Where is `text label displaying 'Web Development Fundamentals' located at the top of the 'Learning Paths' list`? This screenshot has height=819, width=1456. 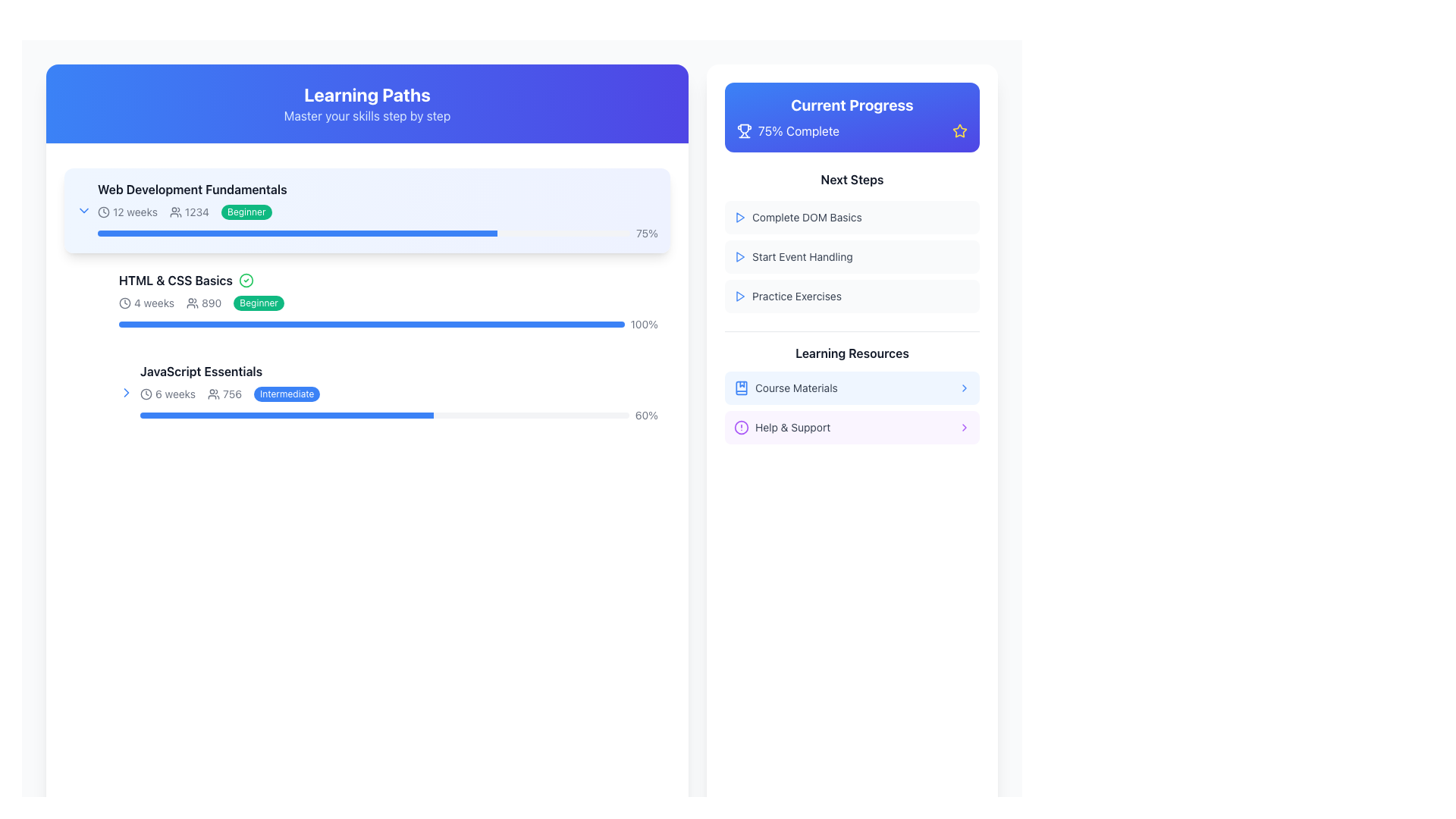
text label displaying 'Web Development Fundamentals' located at the top of the 'Learning Paths' list is located at coordinates (191, 189).